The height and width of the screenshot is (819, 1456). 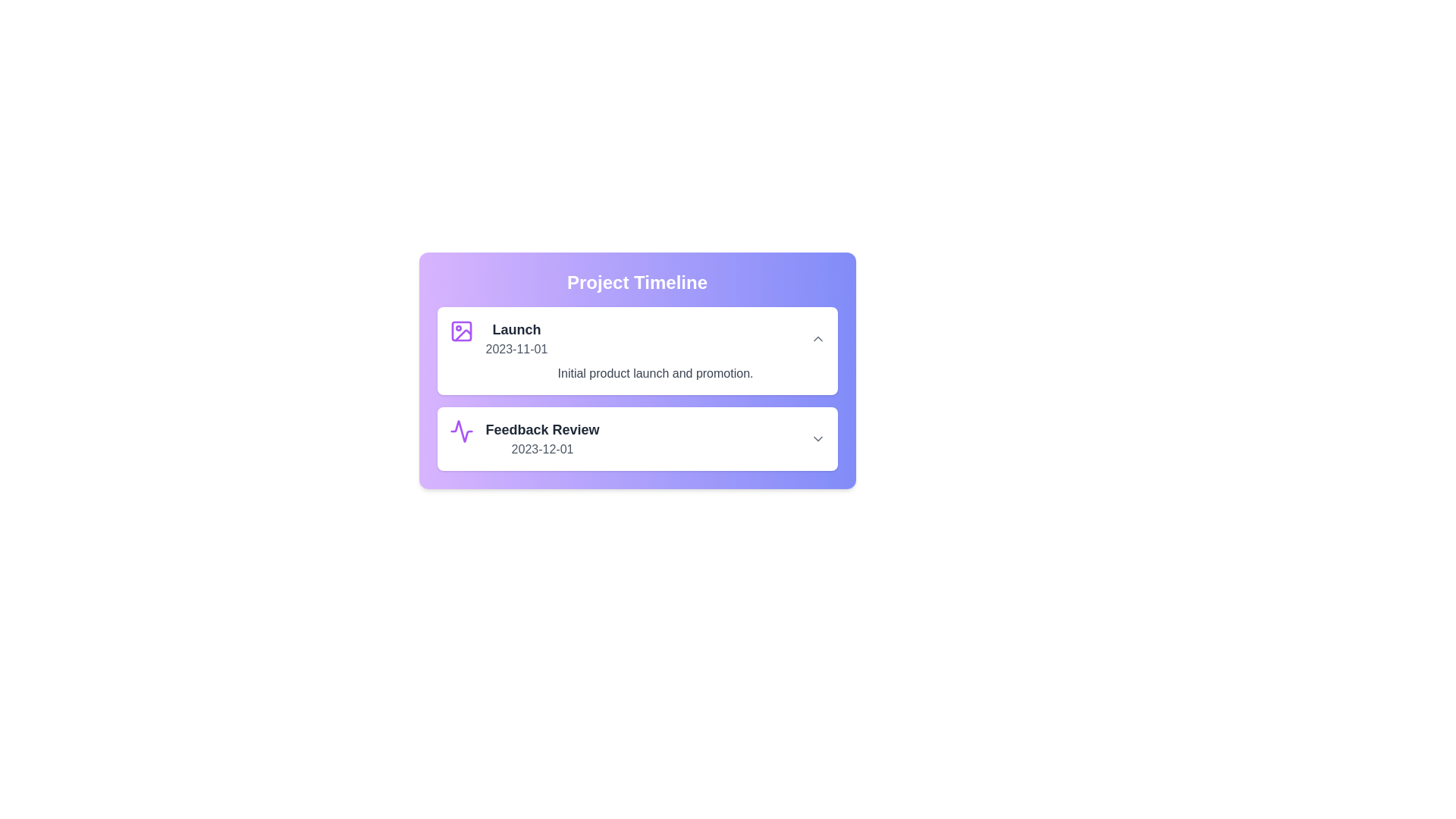 What do you see at coordinates (542, 449) in the screenshot?
I see `date '2023-12-01' displayed in the text label under the 'Feedback Review' section of the 'Project Timeline' interface` at bounding box center [542, 449].